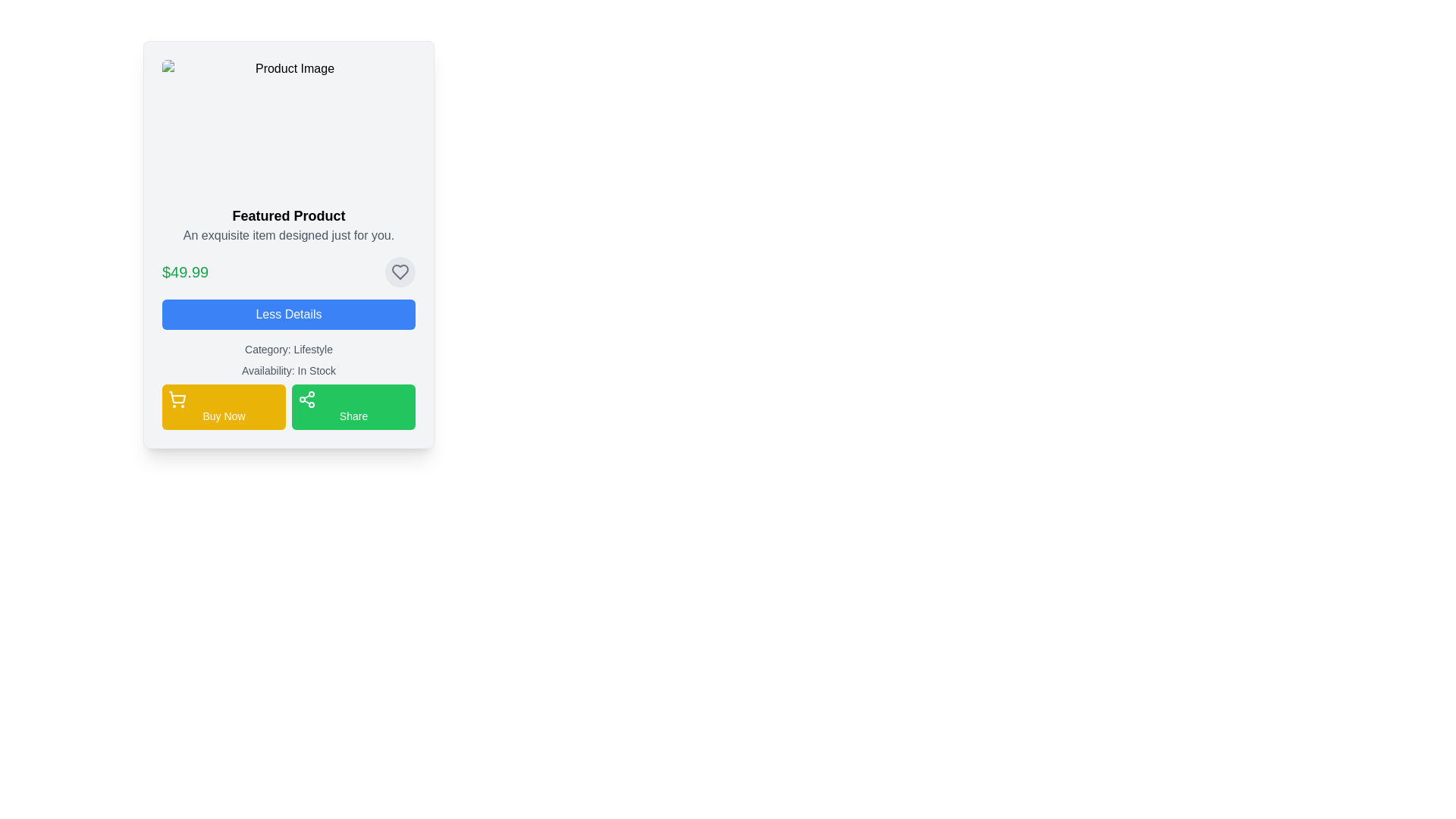 This screenshot has height=819, width=1456. Describe the element at coordinates (306, 399) in the screenshot. I see `the share icon, which is a light green vector icon representing a network, located at the center of the green 'Share' button in the bottom right section of the interface` at that location.